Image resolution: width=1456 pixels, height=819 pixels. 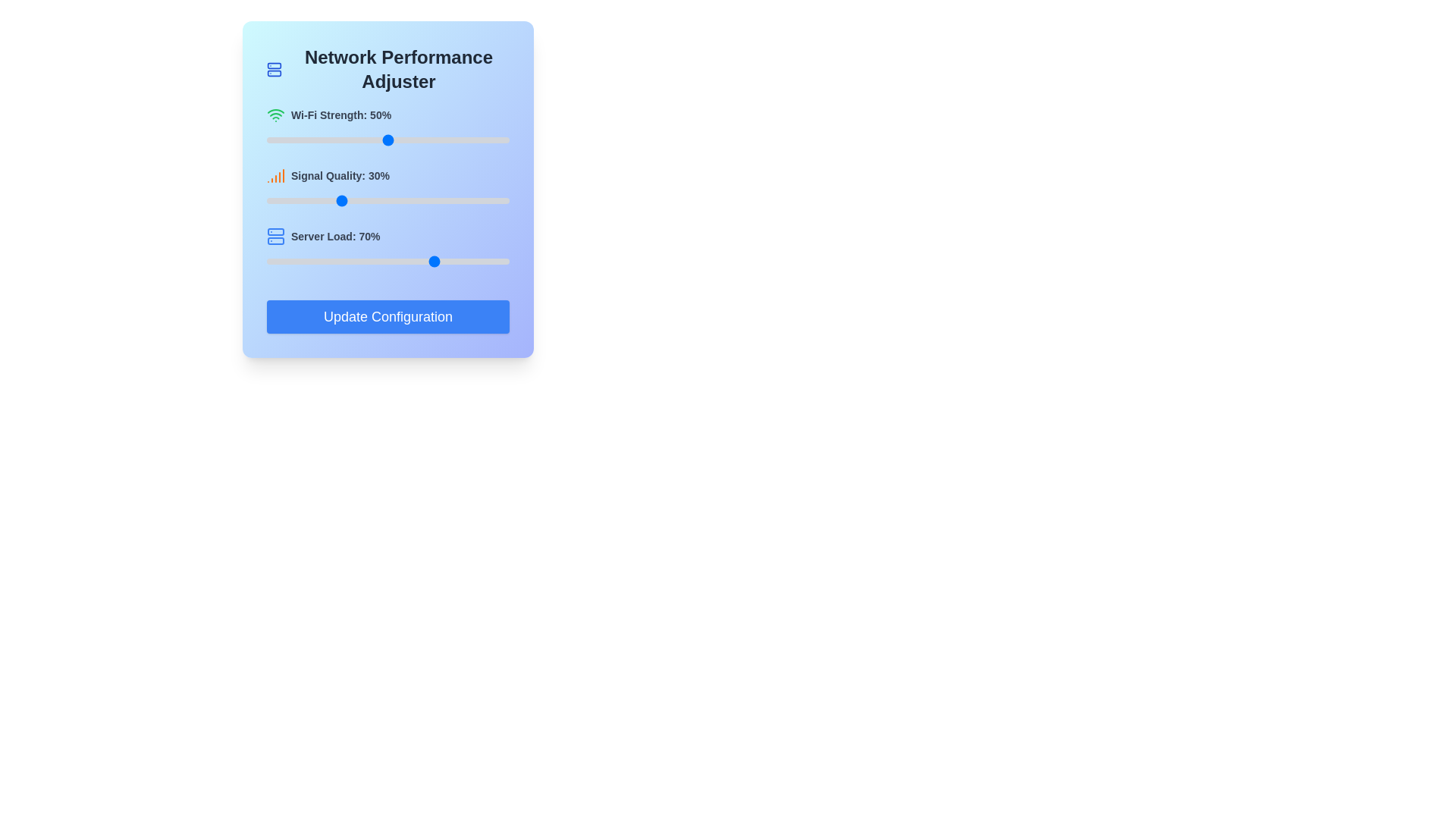 I want to click on the server load slider, so click(x=443, y=260).